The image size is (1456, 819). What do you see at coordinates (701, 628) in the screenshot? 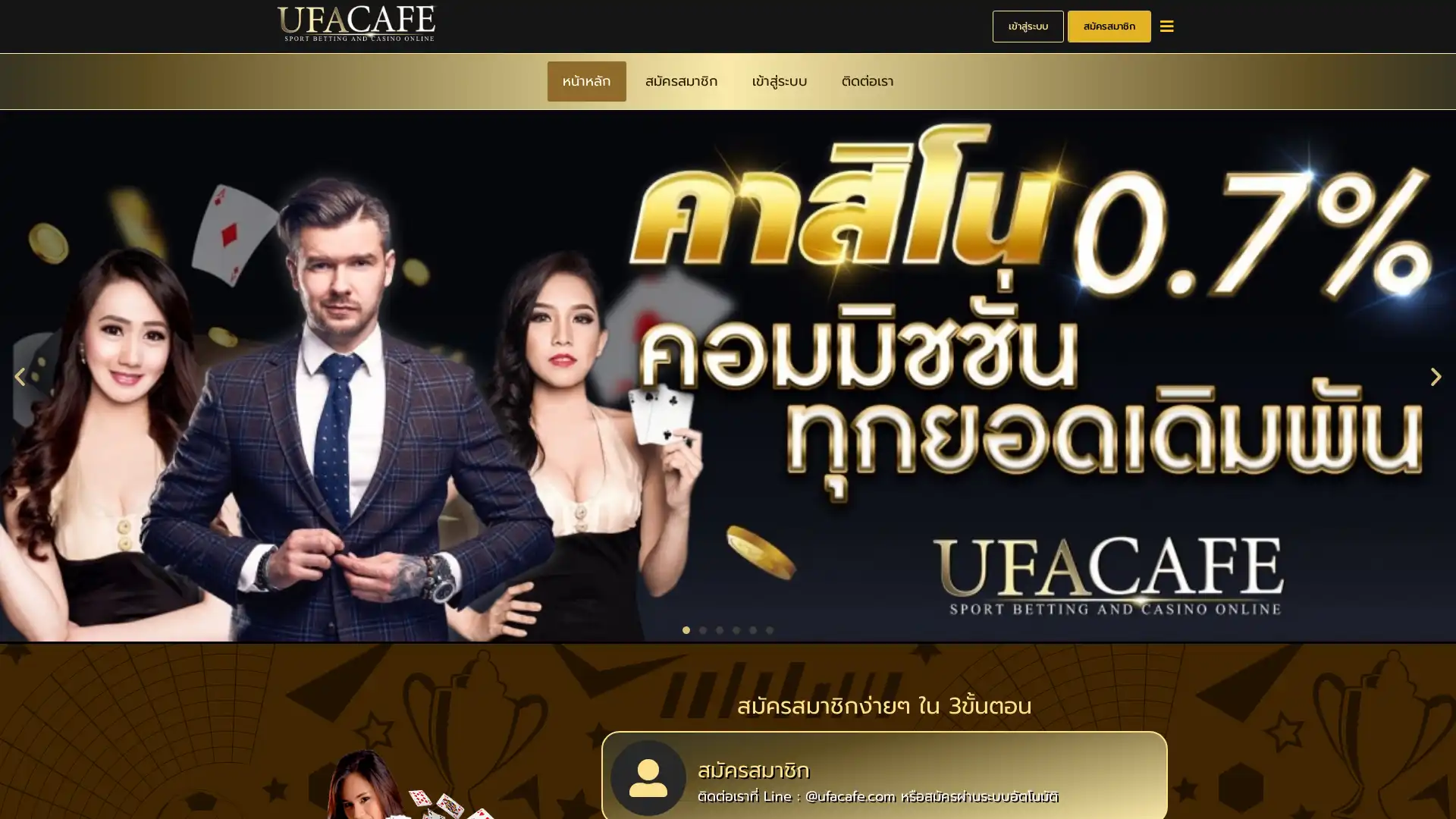
I see `Go to slide 2` at bounding box center [701, 628].